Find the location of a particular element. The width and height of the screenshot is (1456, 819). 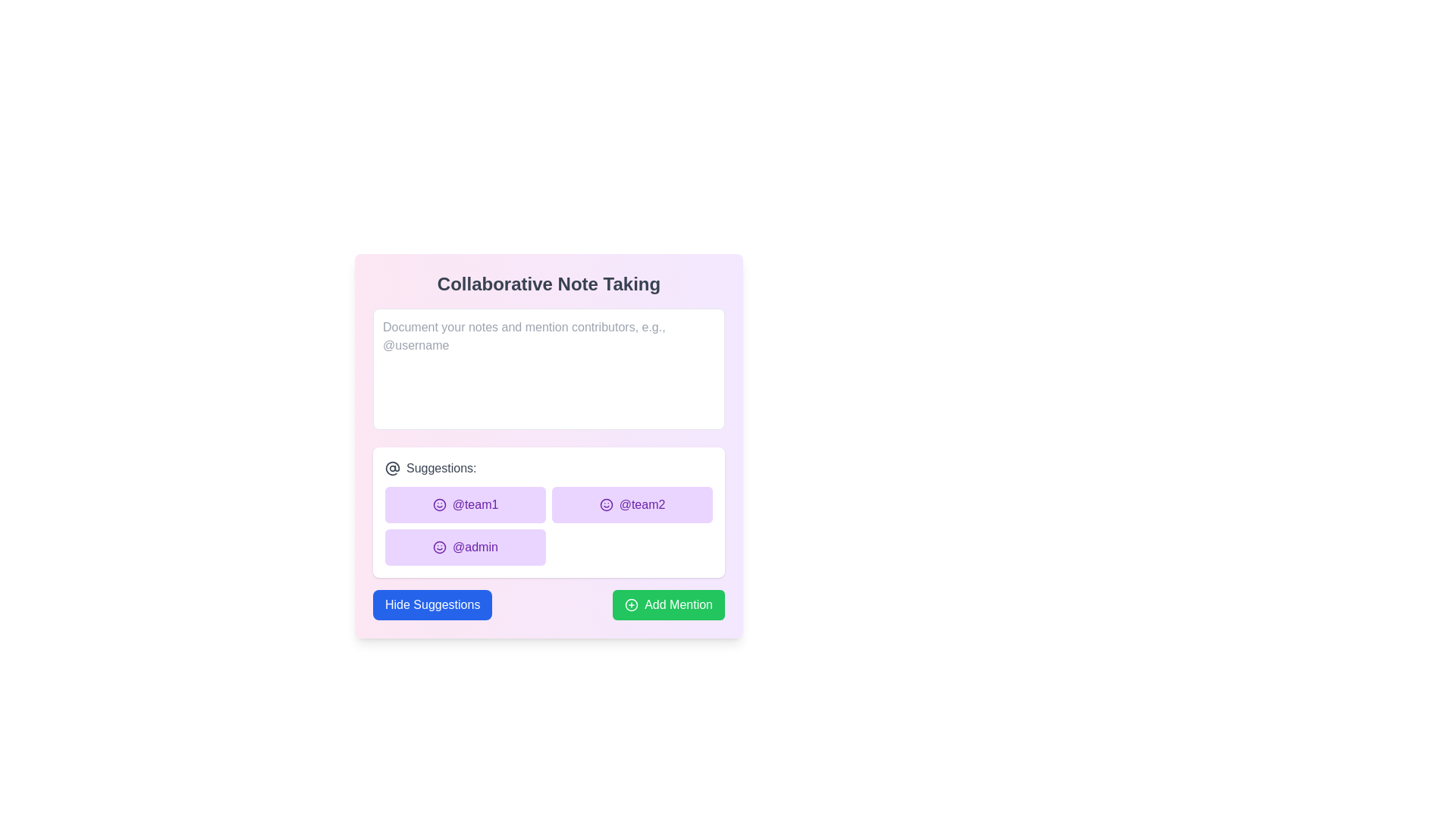

the selectable button labeled '@team2' located in the top-right part of the grid under the 'Suggestions' section is located at coordinates (632, 505).